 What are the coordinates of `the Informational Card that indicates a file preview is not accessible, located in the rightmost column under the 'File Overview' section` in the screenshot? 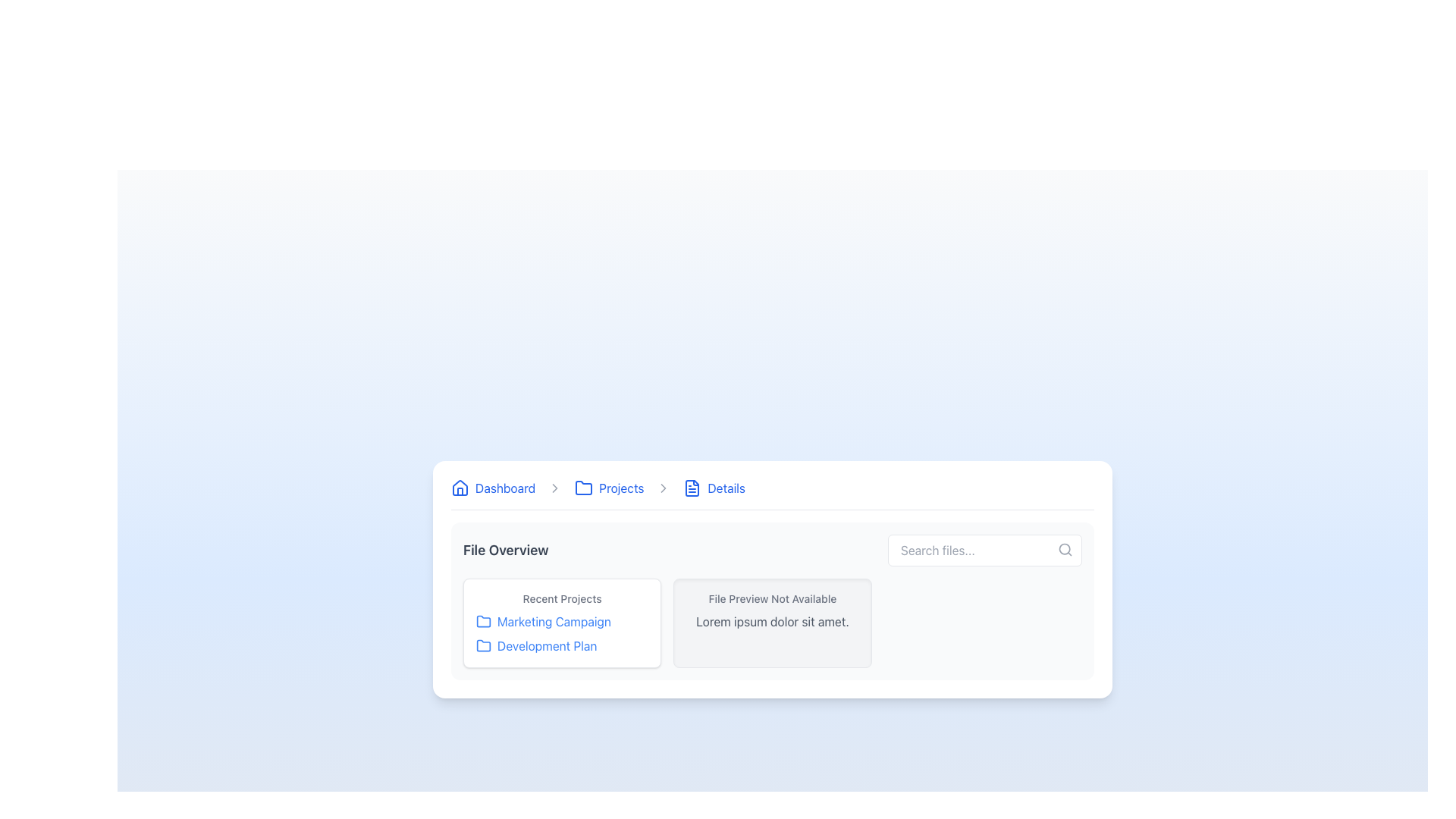 It's located at (772, 623).